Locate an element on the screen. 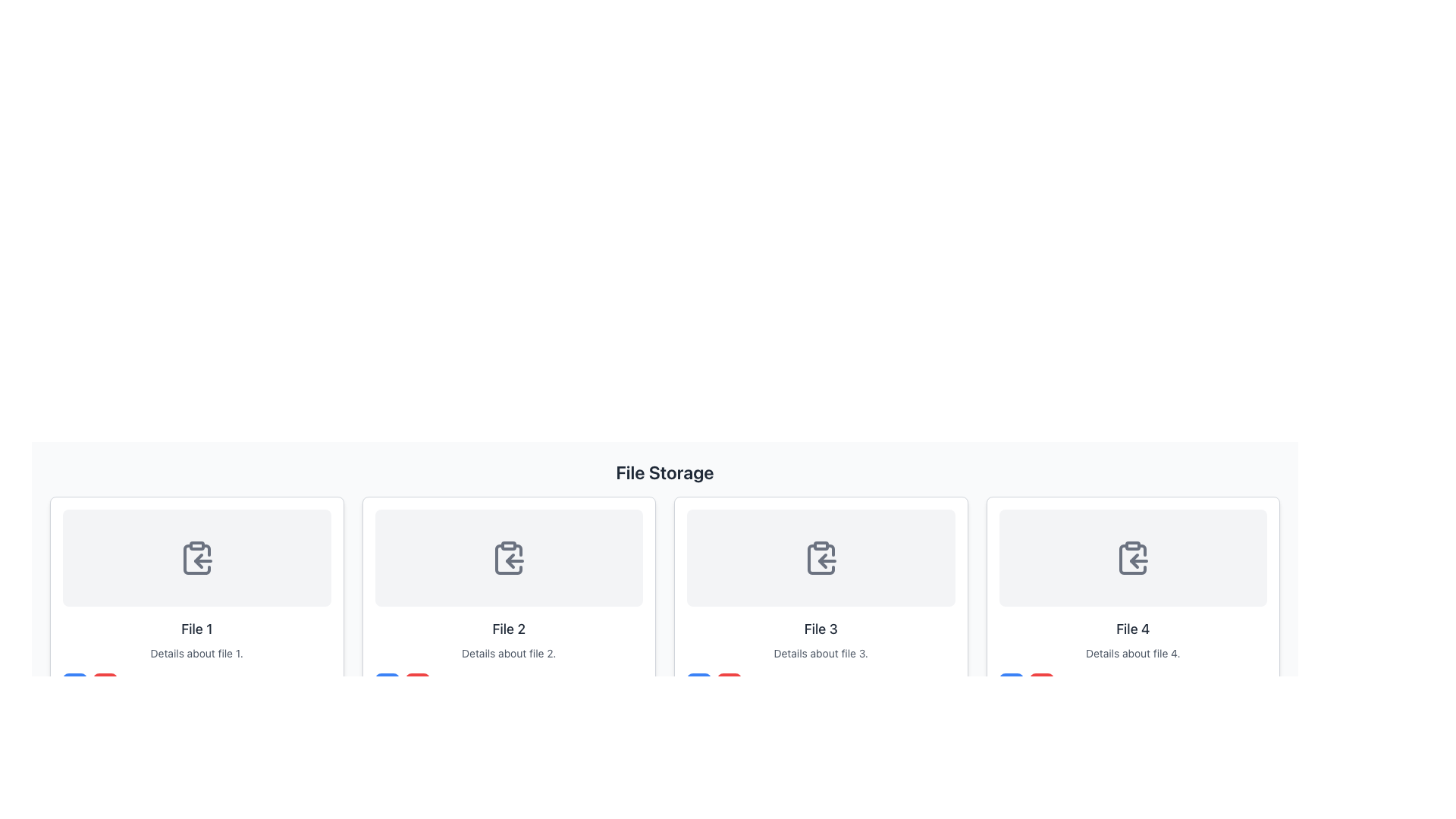 This screenshot has height=819, width=1456. the red rectangular button with a trash icon, which is the third action button under the 'File 3' section, to trigger the hover effect is located at coordinates (729, 685).